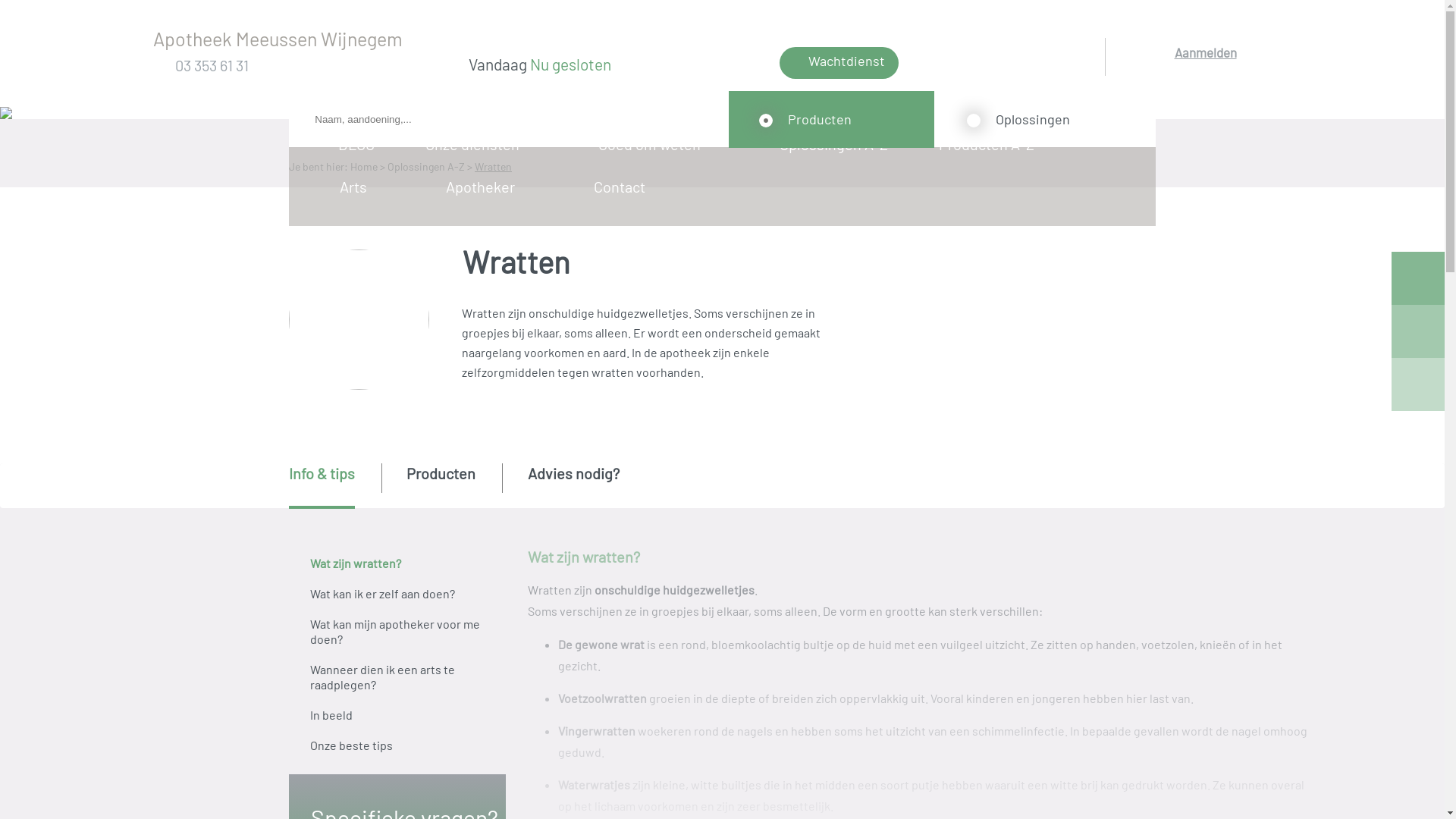 The width and height of the screenshot is (1456, 819). Describe the element at coordinates (991, 143) in the screenshot. I see `'Producten A-Z'` at that location.